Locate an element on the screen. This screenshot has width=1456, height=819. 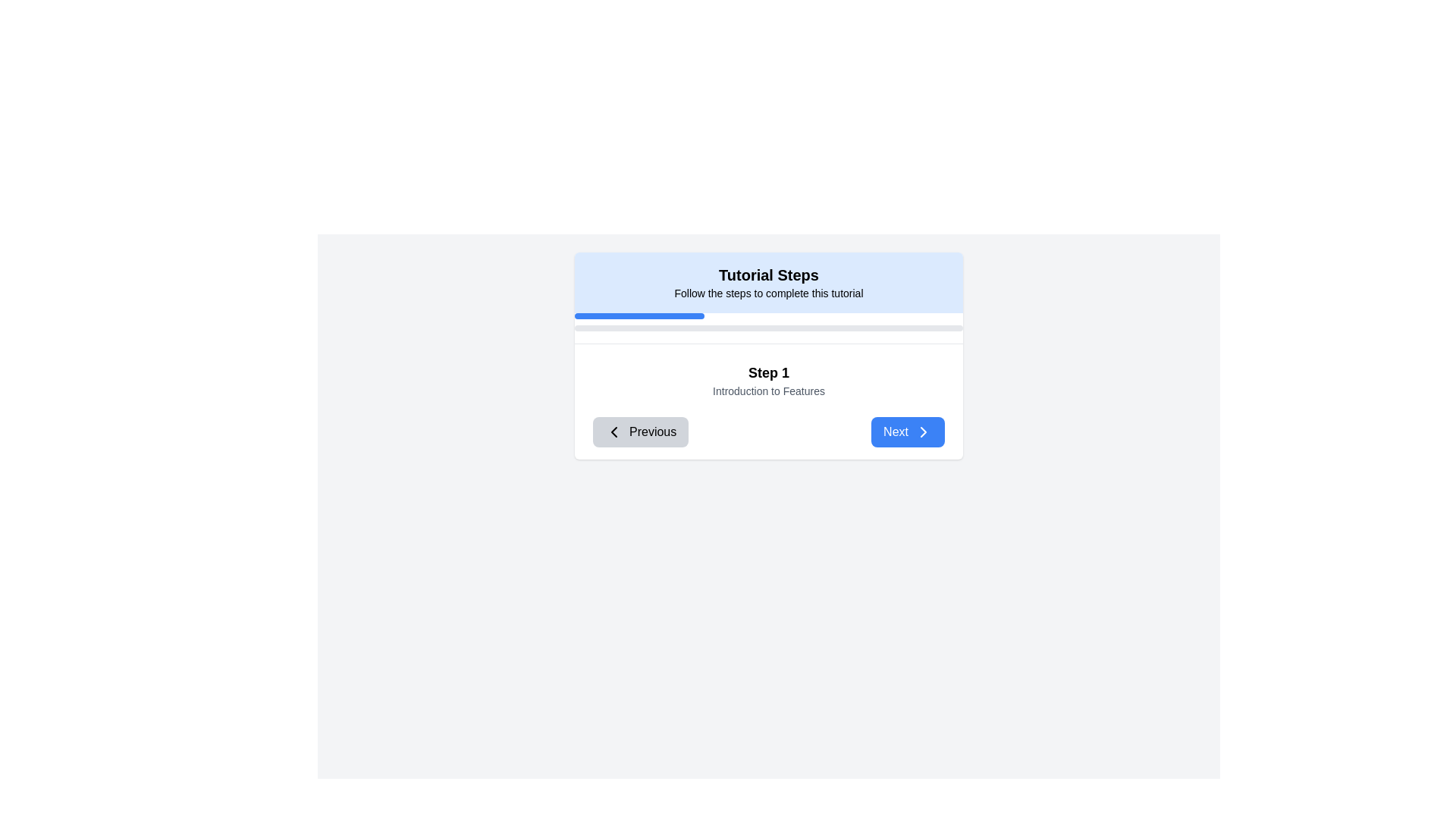
the progress bar completion is located at coordinates (745, 327).